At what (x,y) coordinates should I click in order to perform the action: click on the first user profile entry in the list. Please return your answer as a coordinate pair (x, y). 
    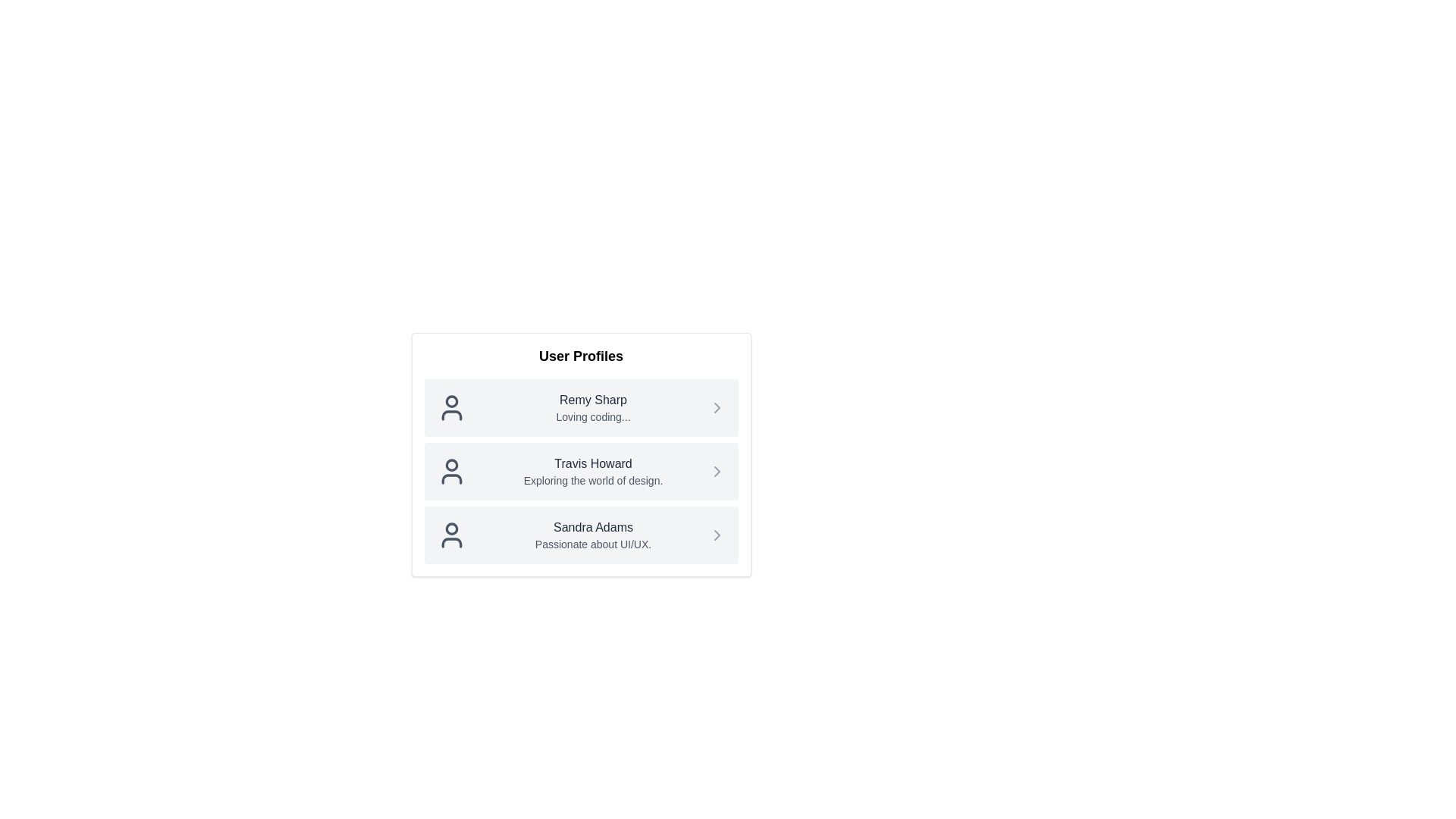
    Looking at the image, I should click on (580, 406).